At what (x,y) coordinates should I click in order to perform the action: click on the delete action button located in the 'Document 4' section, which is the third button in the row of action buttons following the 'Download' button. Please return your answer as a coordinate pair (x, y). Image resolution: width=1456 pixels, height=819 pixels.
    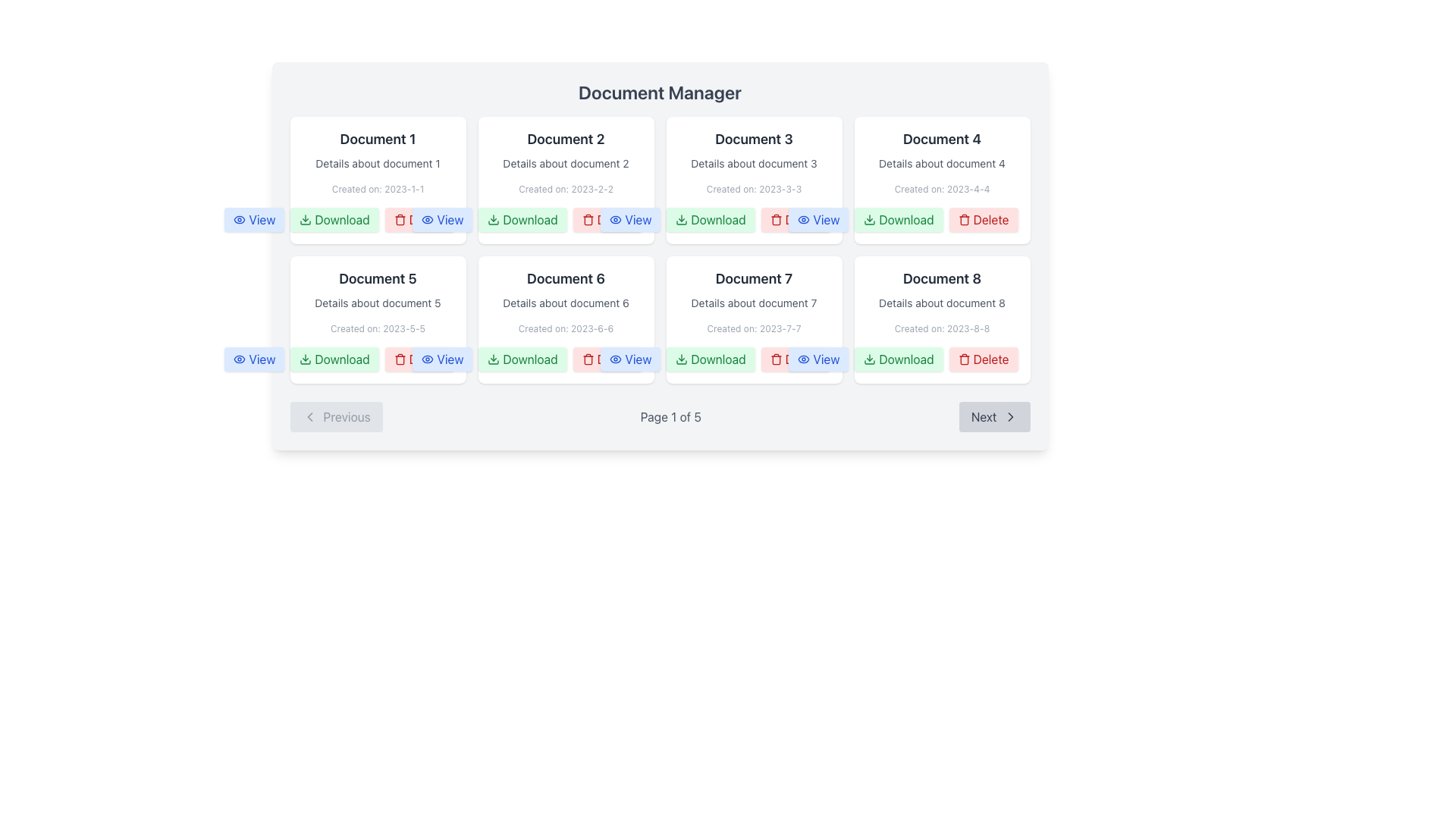
    Looking at the image, I should click on (983, 219).